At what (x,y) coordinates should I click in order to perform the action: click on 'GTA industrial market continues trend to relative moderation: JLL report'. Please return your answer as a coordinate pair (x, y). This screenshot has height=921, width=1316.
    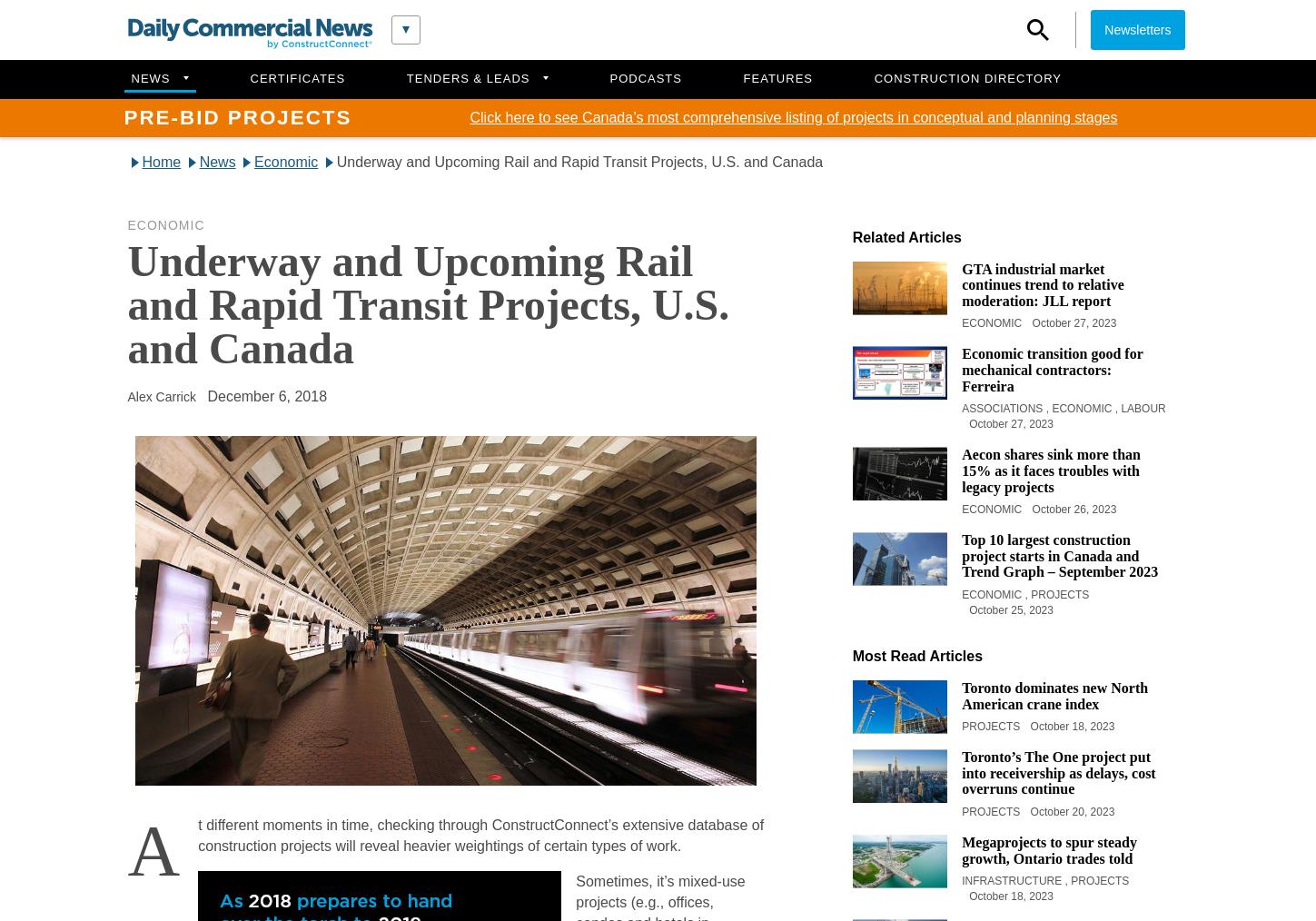
    Looking at the image, I should click on (1042, 284).